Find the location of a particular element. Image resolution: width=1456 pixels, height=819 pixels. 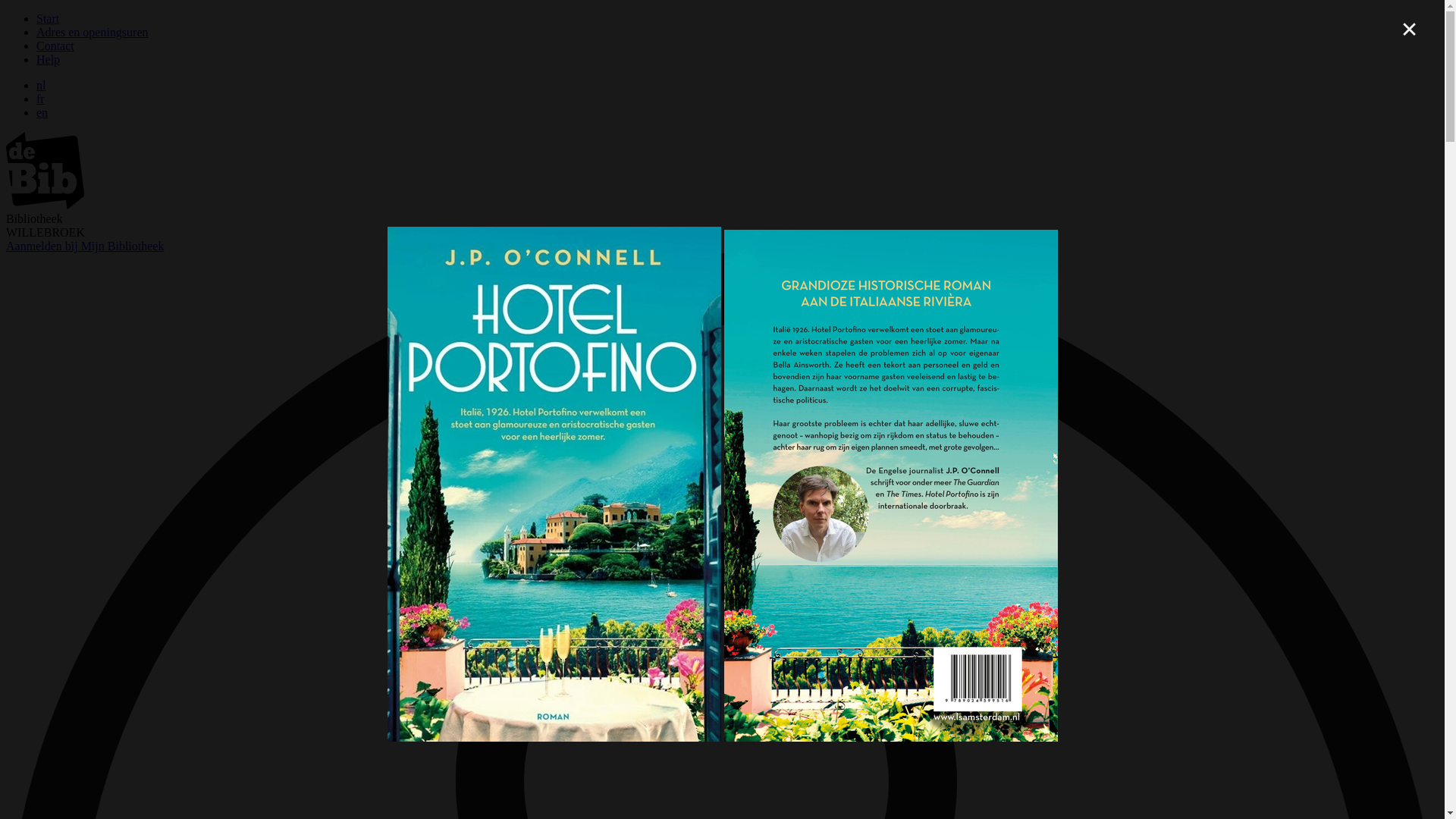

'Help' is located at coordinates (48, 58).